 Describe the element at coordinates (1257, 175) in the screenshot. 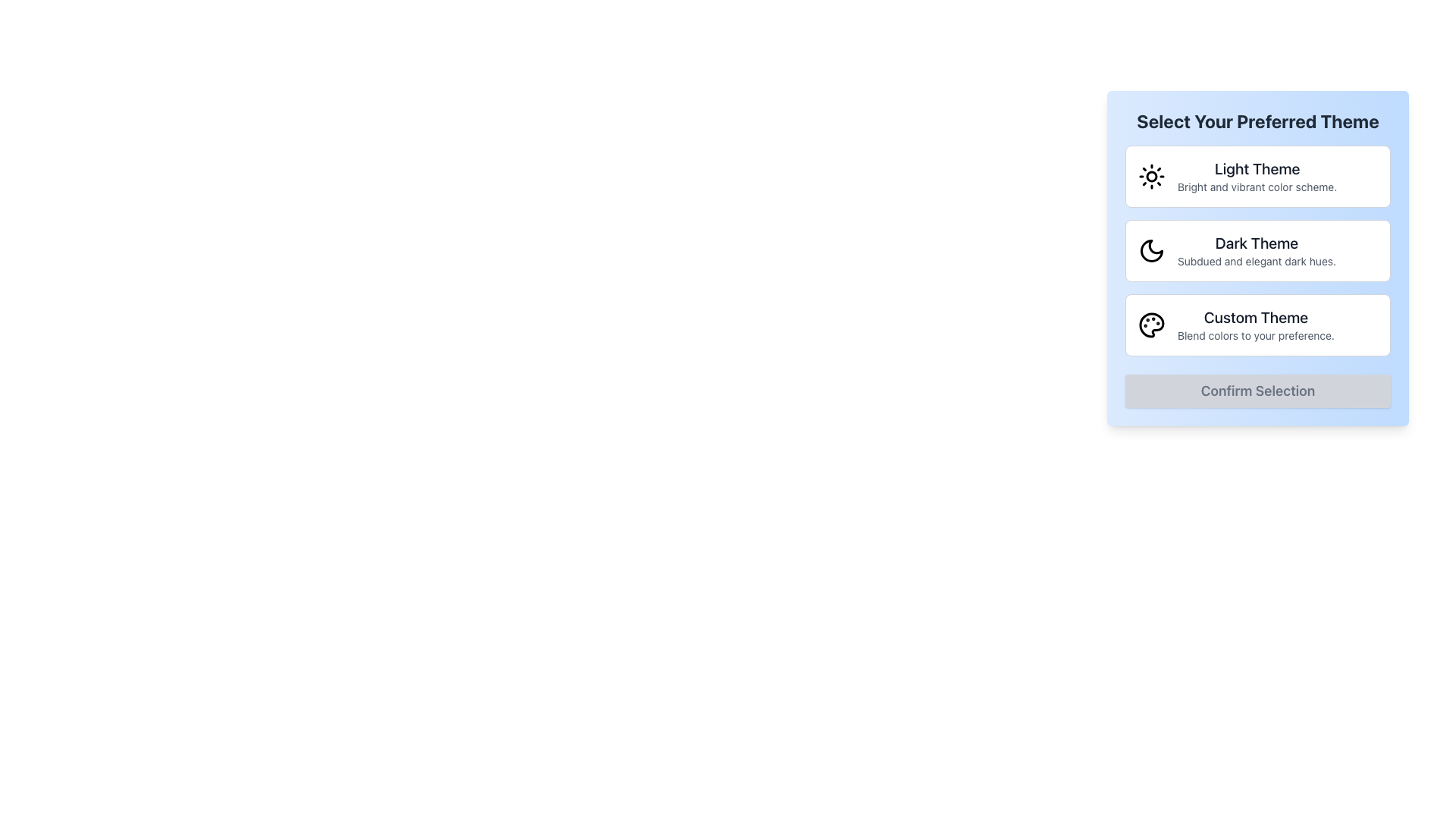

I see `textual content that describes the 'Light Theme' option, which is the first choice in the selectable theme options, located next to a sun icon` at that location.